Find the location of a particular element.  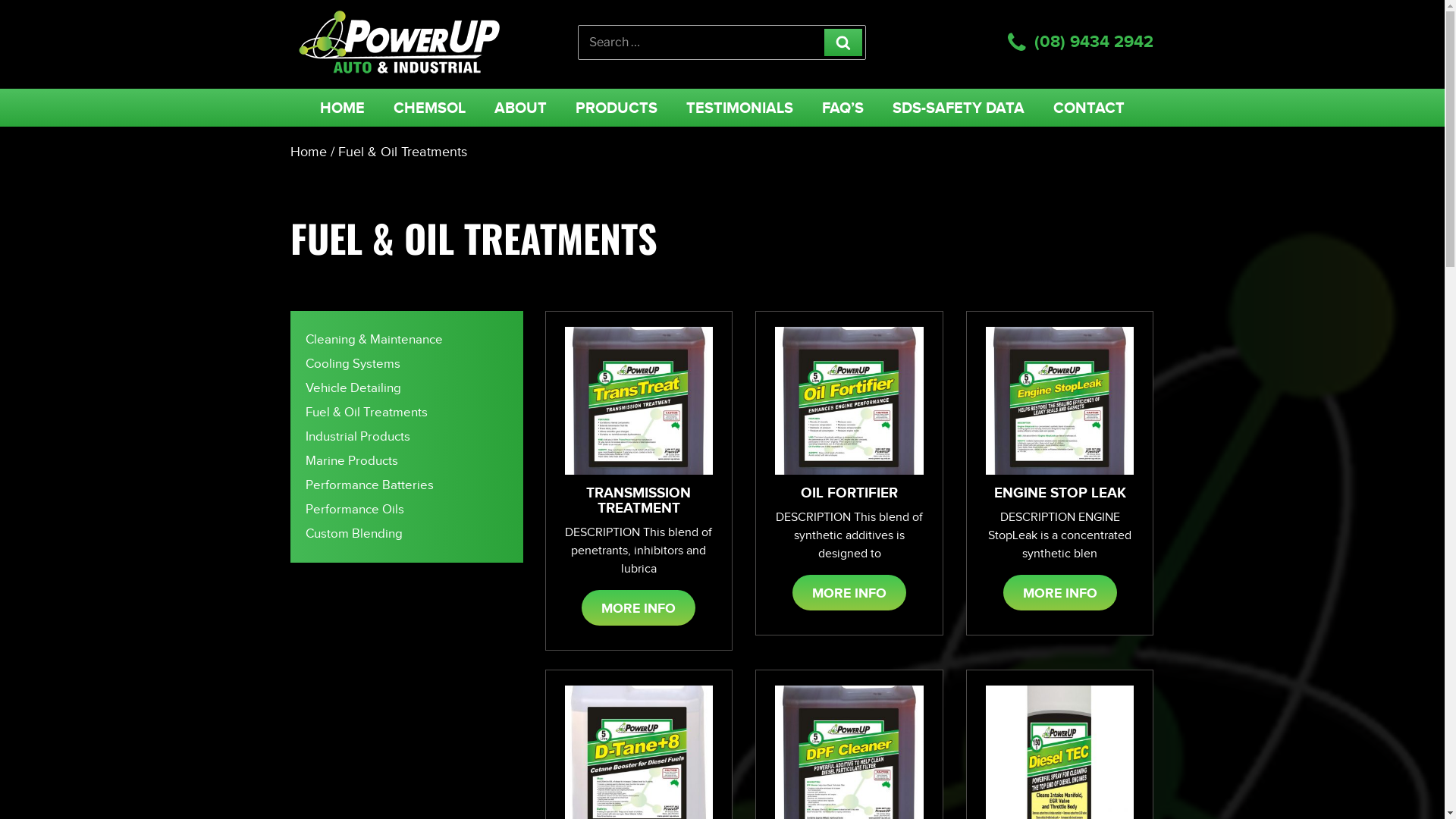

'TESTIMONIALS' is located at coordinates (739, 107).